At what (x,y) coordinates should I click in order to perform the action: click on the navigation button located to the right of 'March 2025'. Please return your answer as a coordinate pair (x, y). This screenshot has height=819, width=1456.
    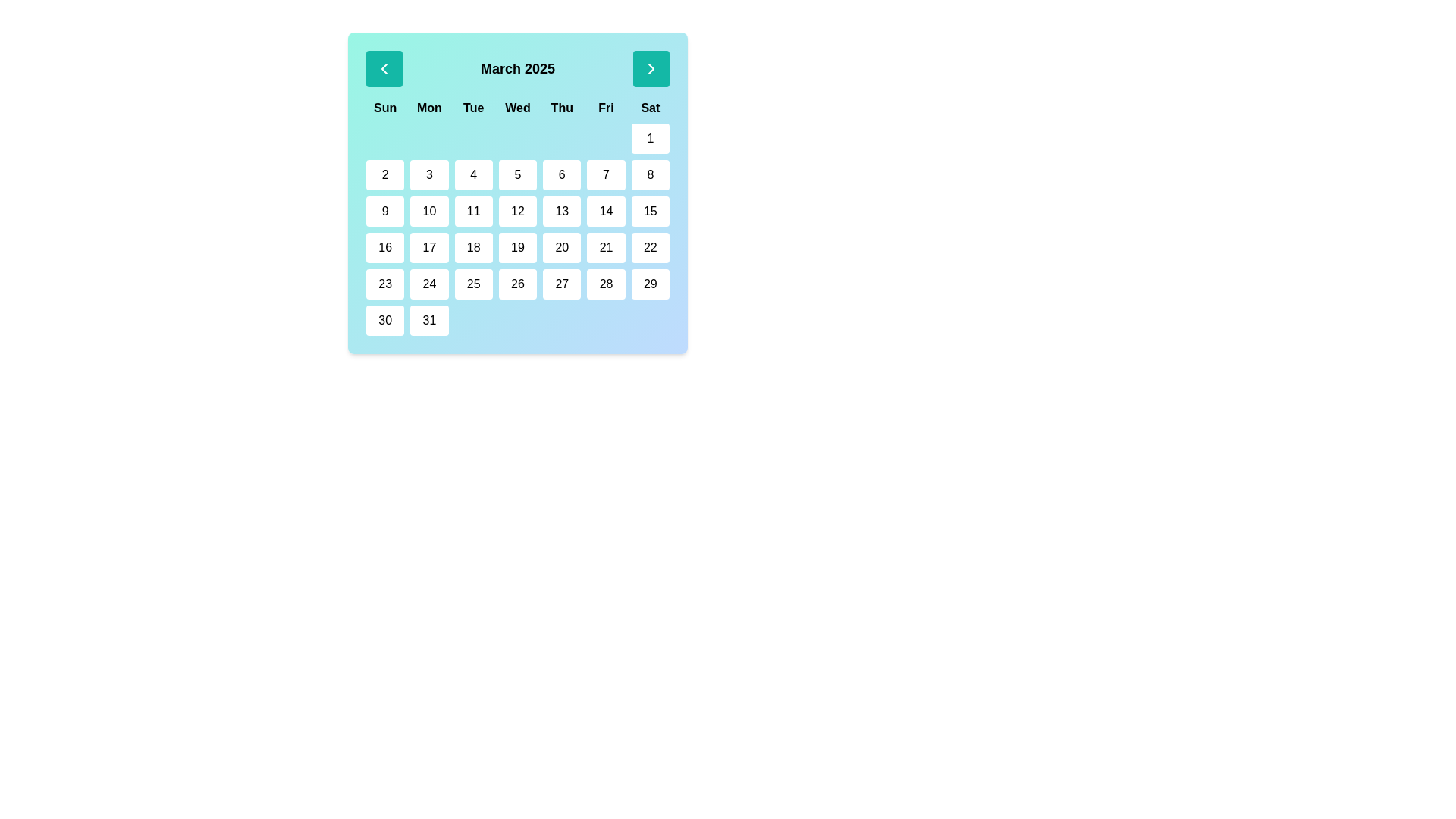
    Looking at the image, I should click on (651, 69).